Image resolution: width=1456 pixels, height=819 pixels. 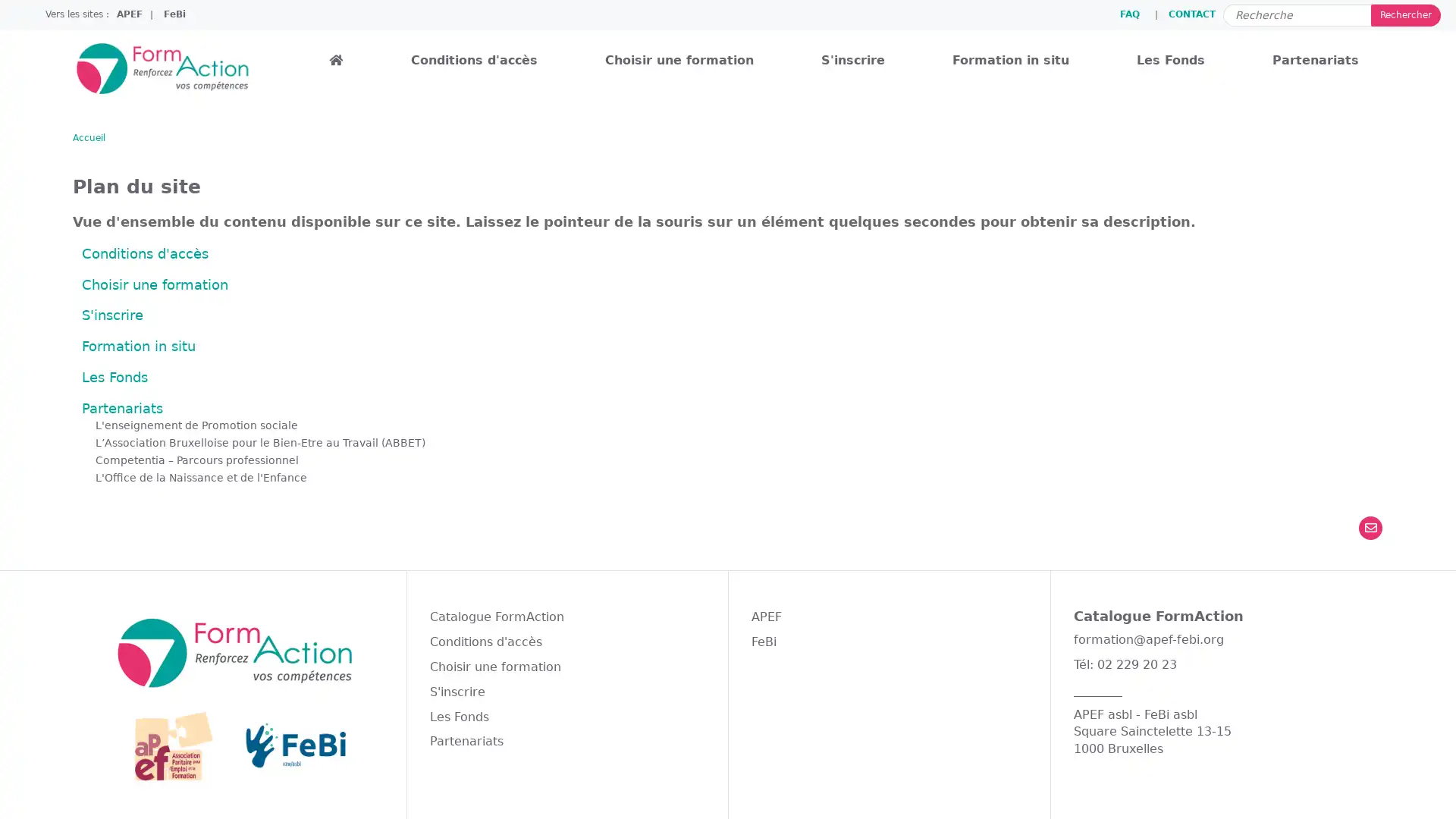 I want to click on Rechercher, so click(x=1404, y=14).